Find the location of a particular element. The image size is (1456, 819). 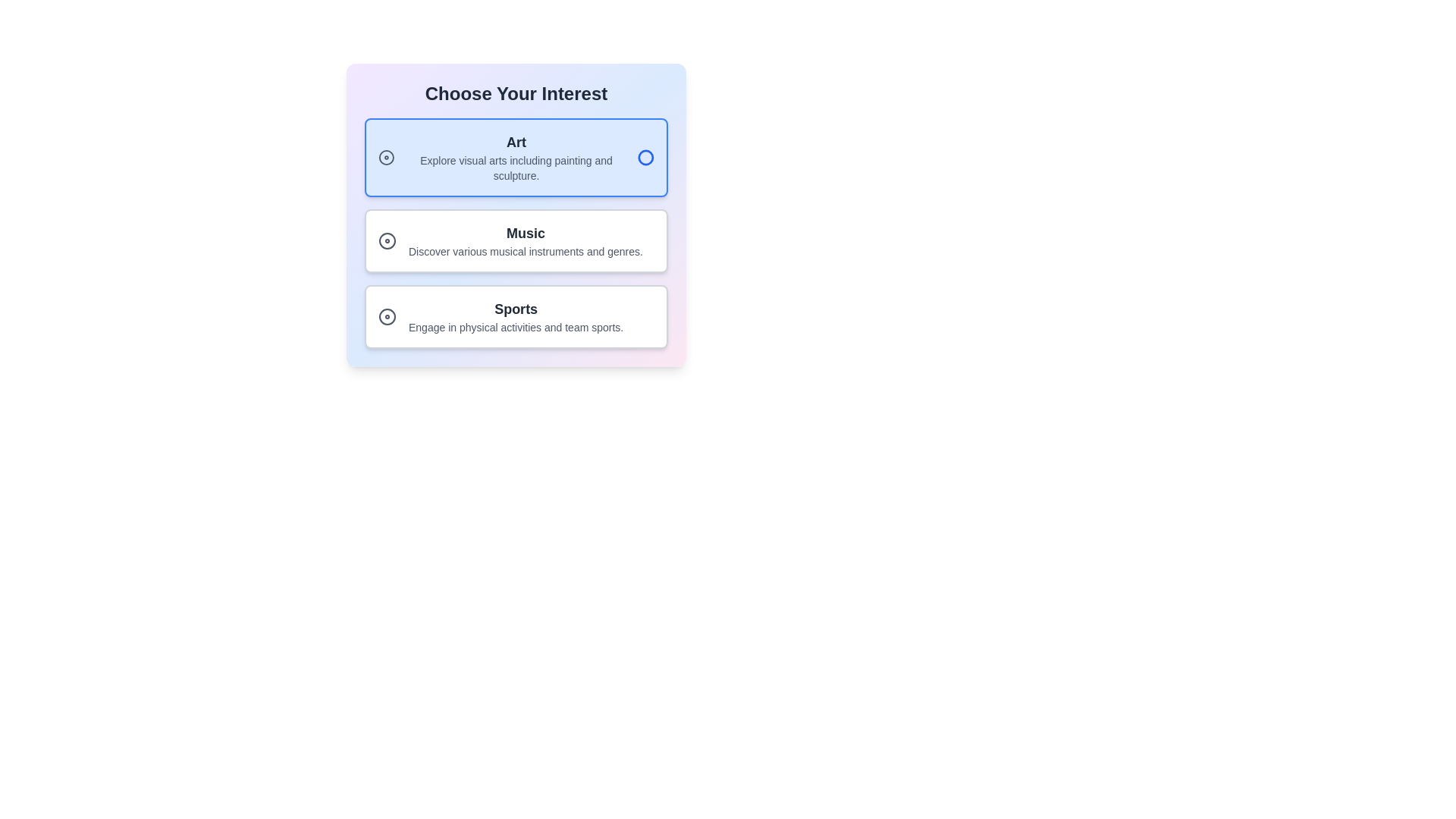

the highlighted text block within the 'Sports' interest category is located at coordinates (516, 315).